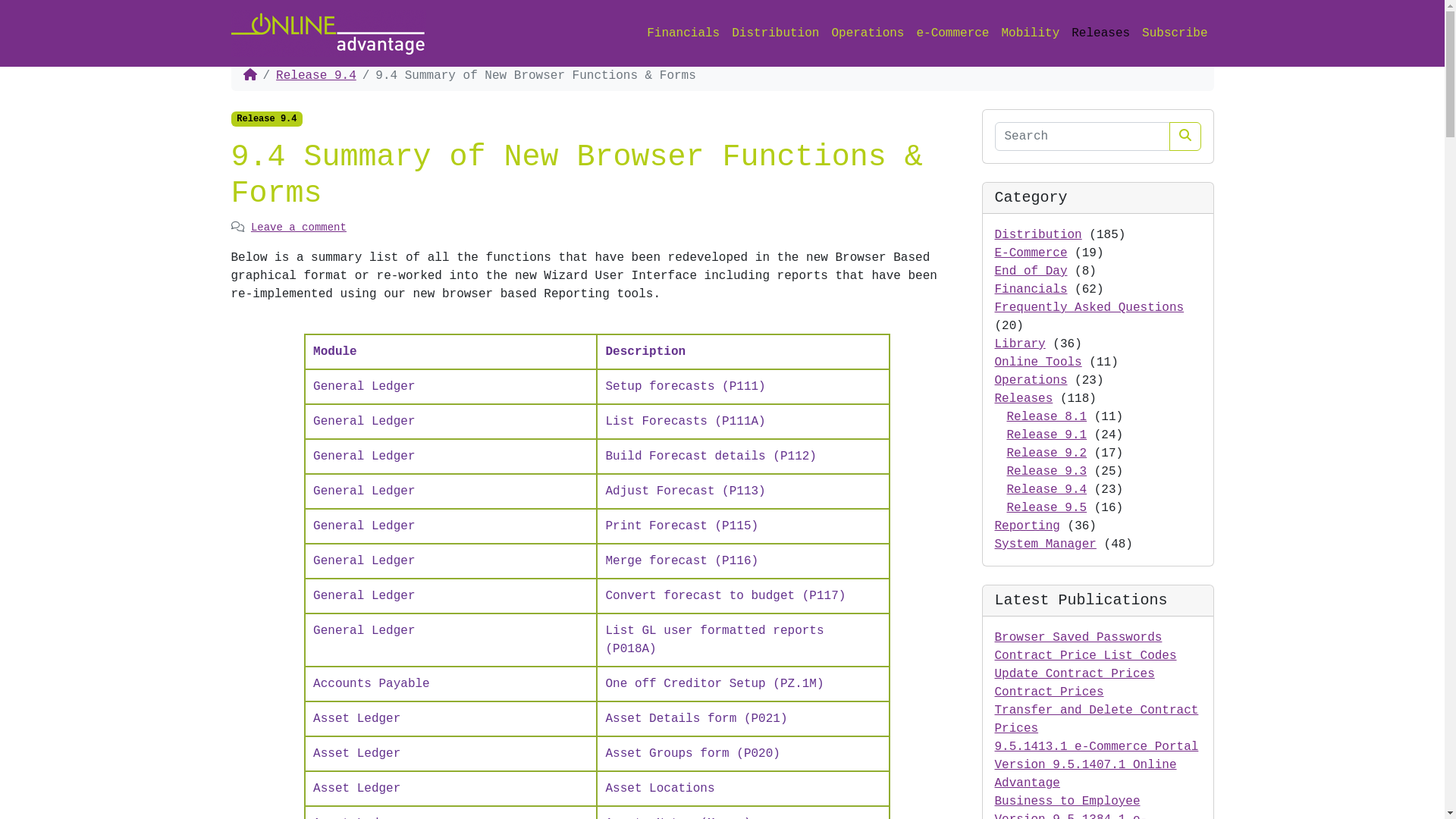 This screenshot has width=1456, height=819. Describe the element at coordinates (994, 718) in the screenshot. I see `'Transfer and Delete Contract Prices'` at that location.